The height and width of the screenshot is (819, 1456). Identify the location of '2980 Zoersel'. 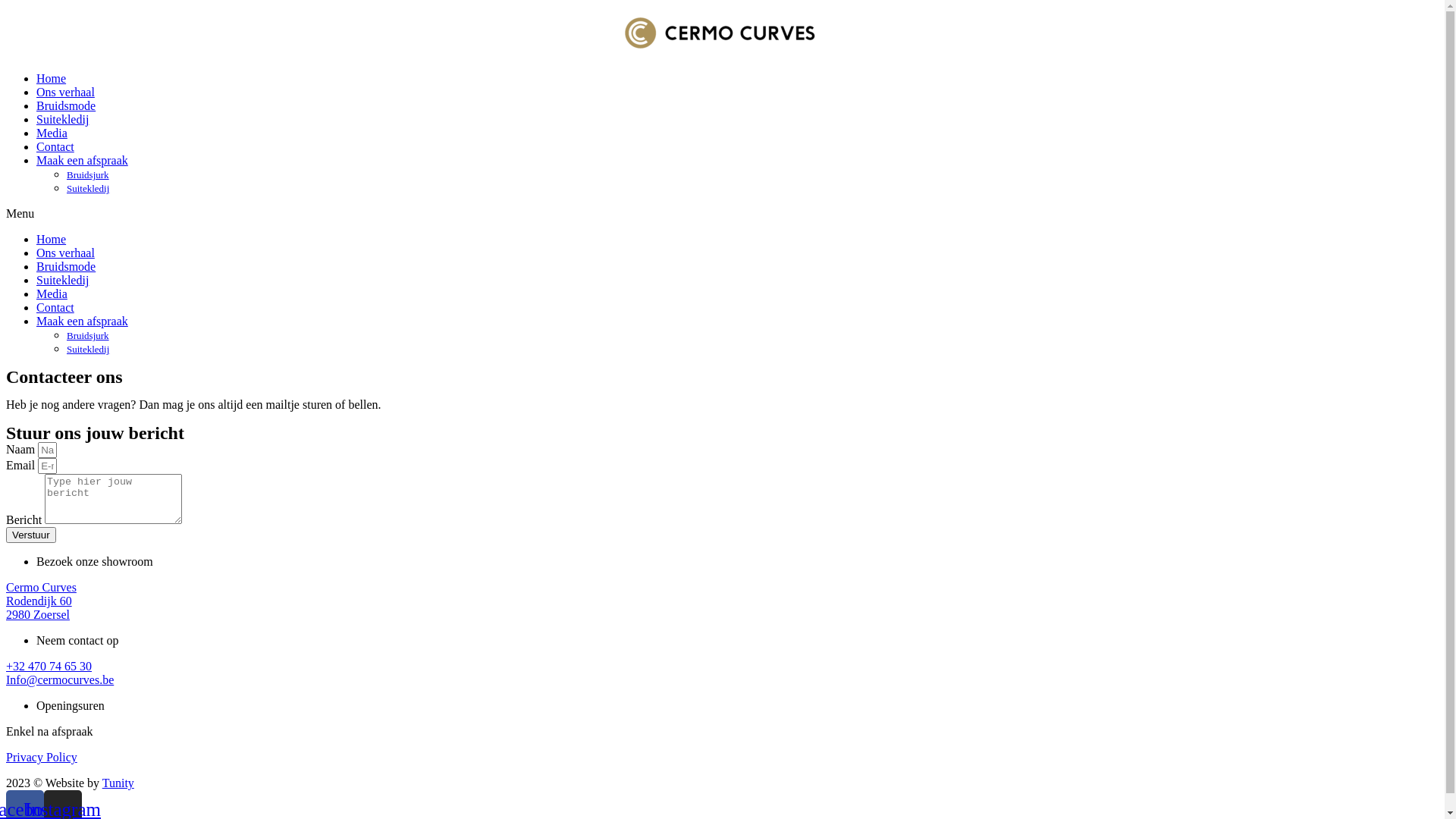
(37, 614).